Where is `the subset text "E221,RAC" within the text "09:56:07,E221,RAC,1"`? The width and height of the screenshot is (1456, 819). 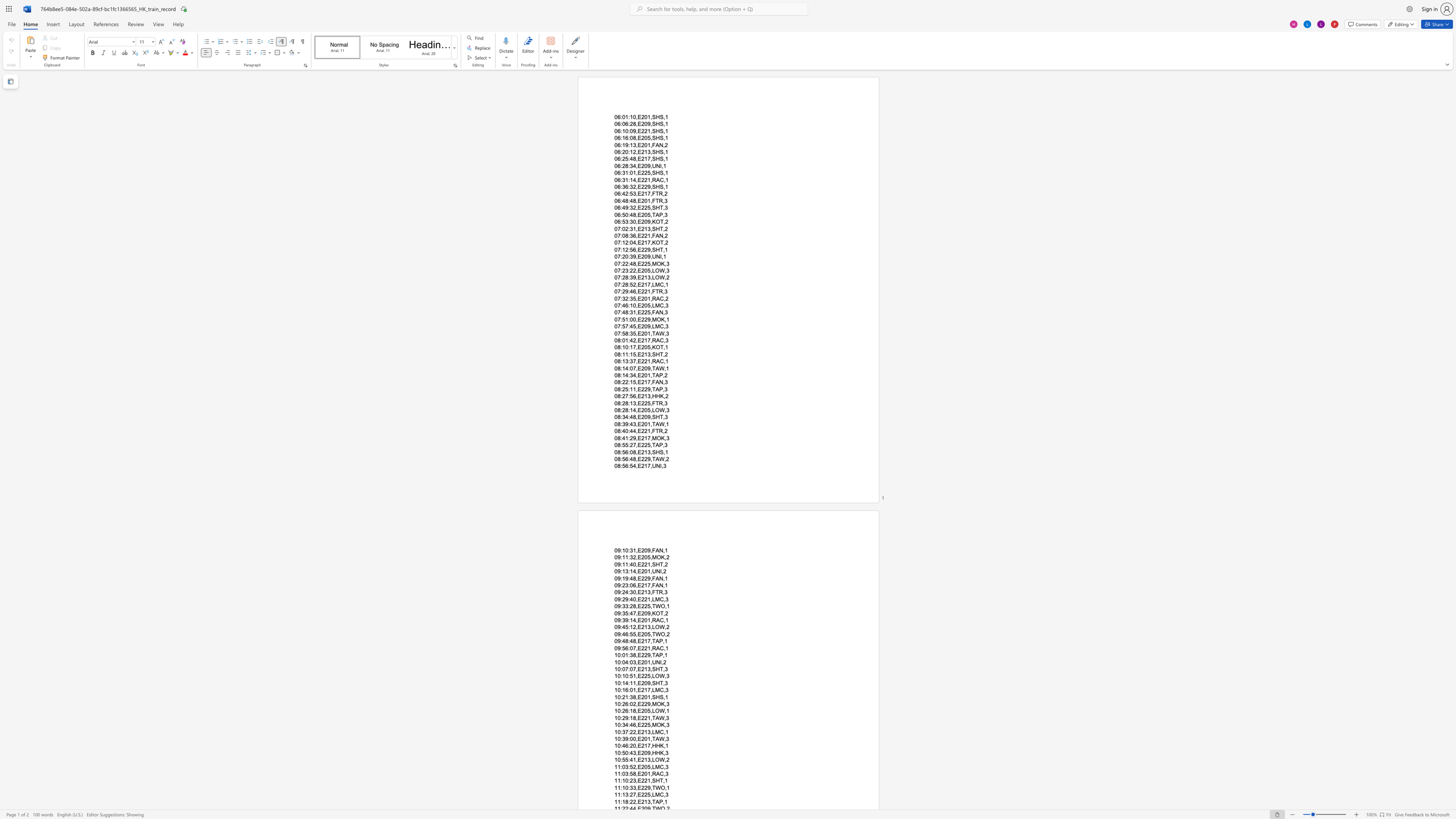
the subset text "E221,RAC" within the text "09:56:07,E221,RAC,1" is located at coordinates (637, 647).